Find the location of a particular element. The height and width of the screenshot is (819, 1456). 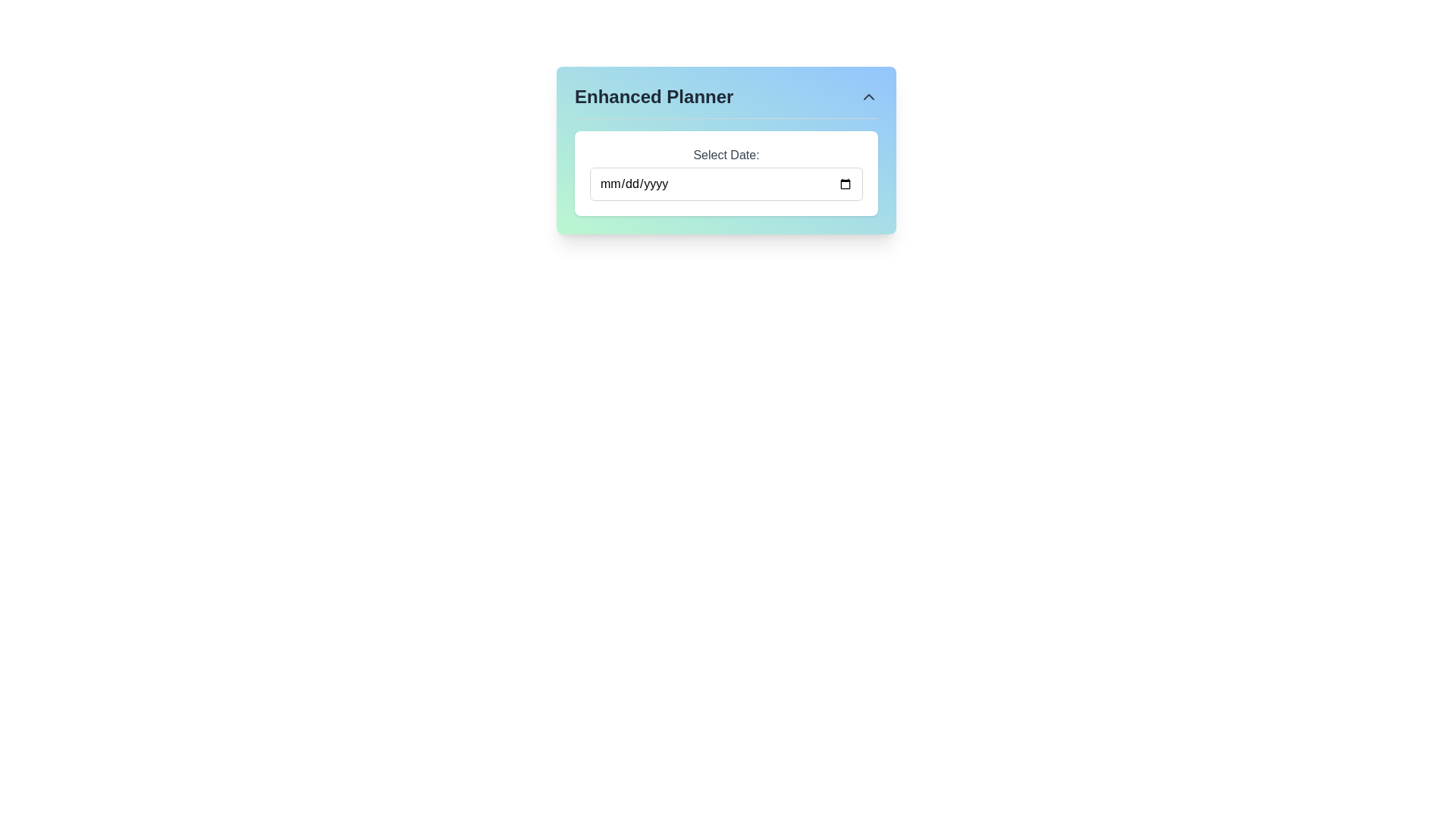

the text label displaying 'Enhanced Planner' located at the top left corner of the header section of the card-like layout is located at coordinates (654, 96).